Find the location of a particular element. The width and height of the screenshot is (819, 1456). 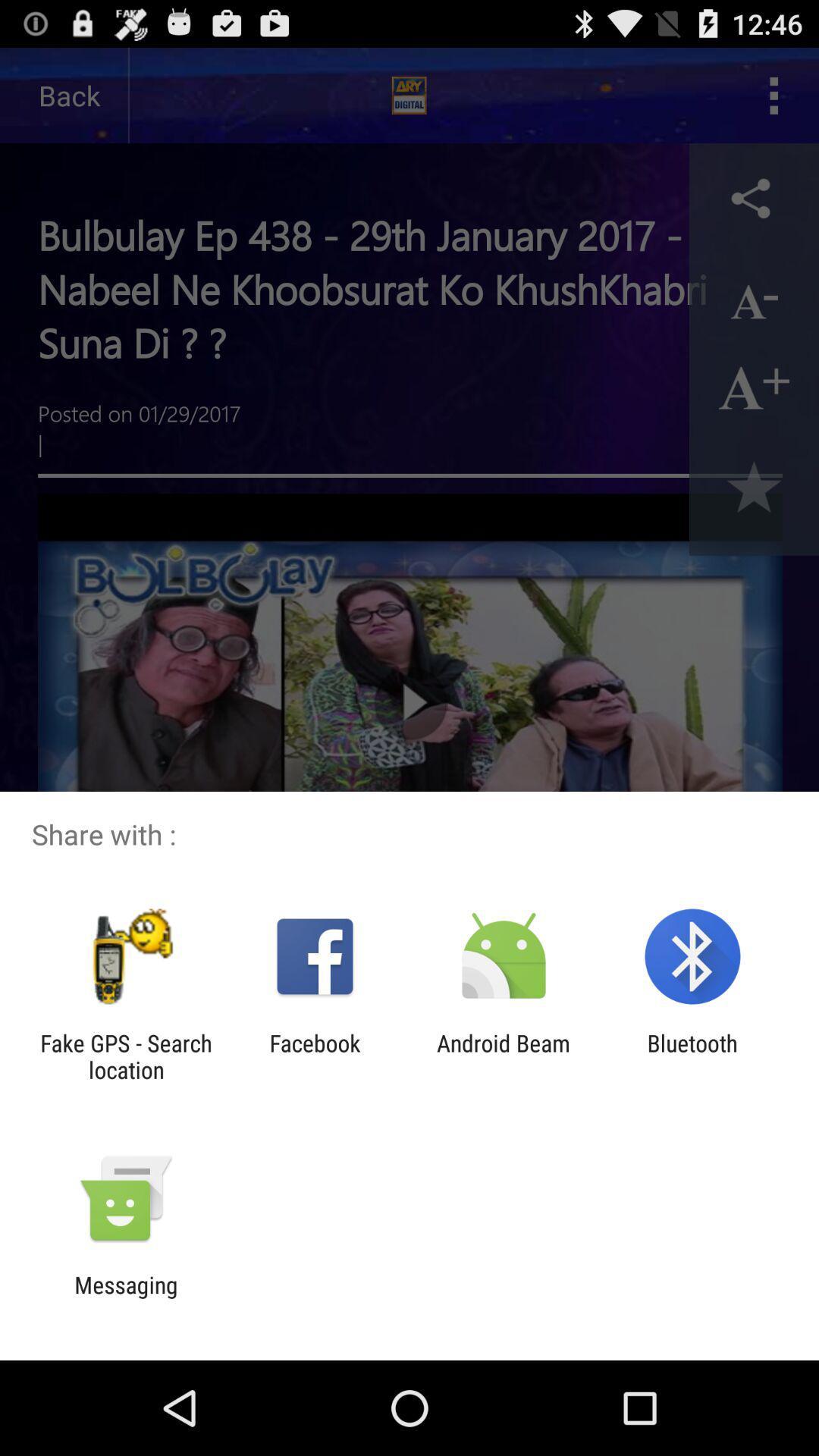

icon next to the android beam item is located at coordinates (314, 1056).